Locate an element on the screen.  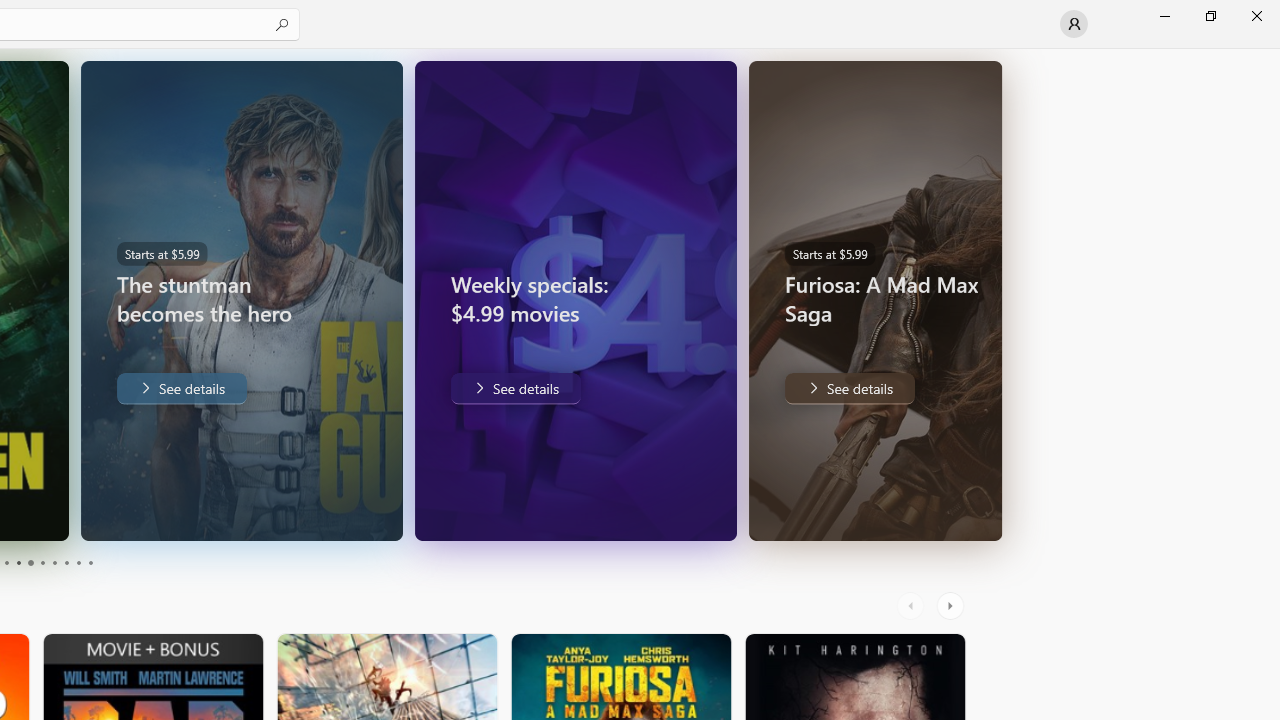
'Close Microsoft Store' is located at coordinates (1255, 15).